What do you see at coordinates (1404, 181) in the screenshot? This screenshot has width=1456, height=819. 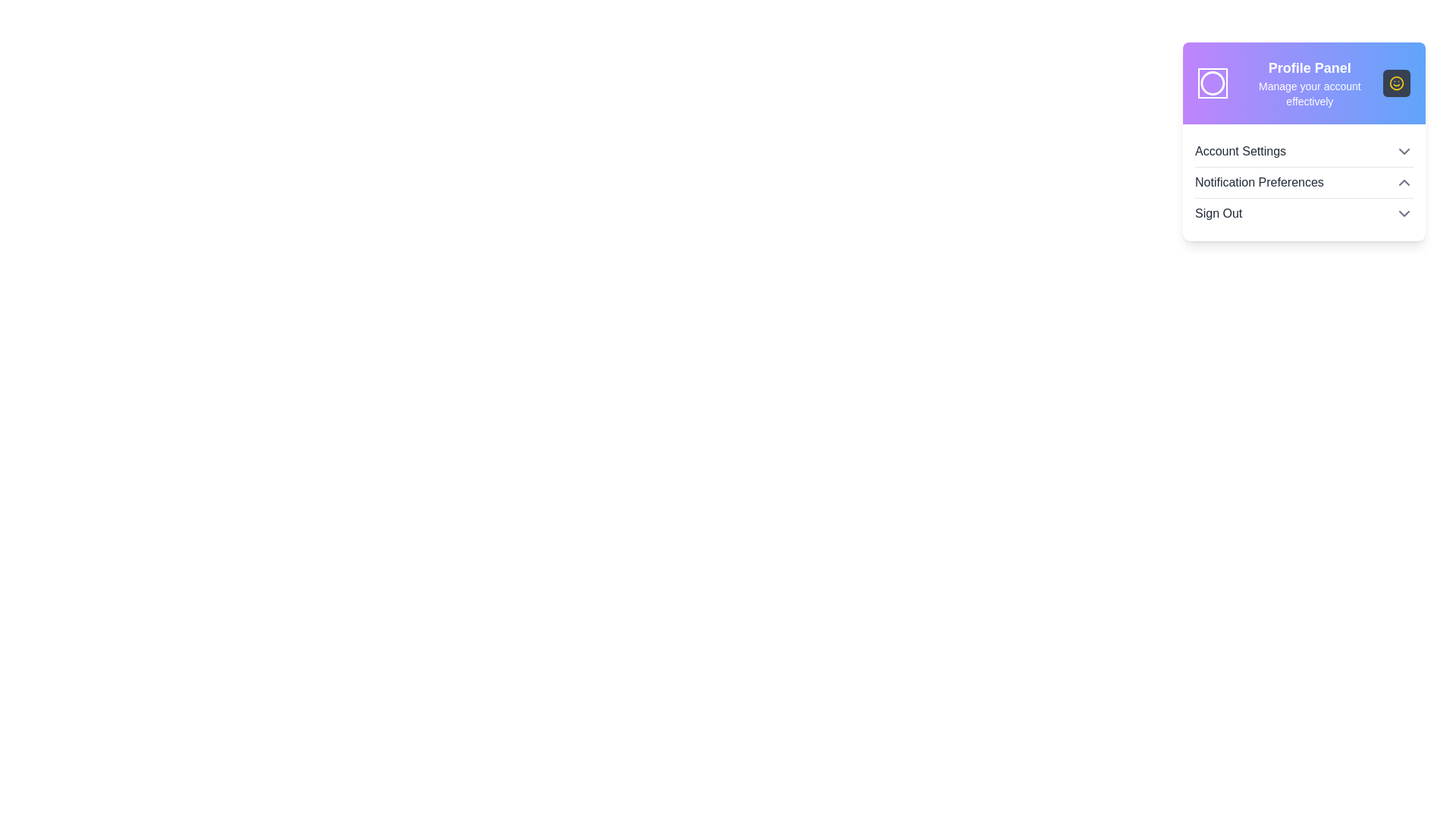 I see `the chevron-shaped icon resembling an upward-pointing arrow, located next to the 'Notification Preferences' text` at bounding box center [1404, 181].